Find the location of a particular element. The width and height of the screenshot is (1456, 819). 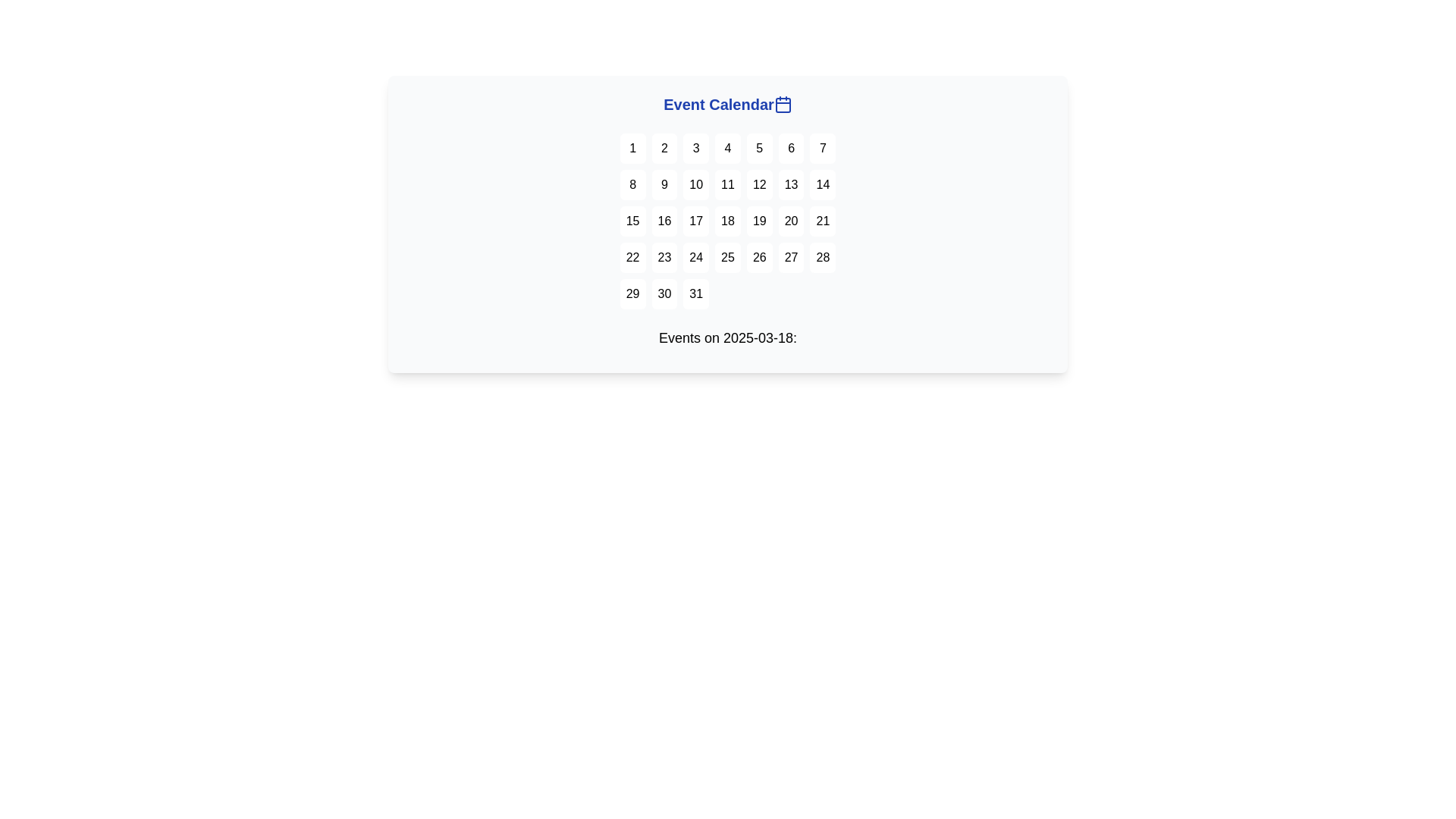

the calendar day button representing the date '31' is located at coordinates (695, 294).